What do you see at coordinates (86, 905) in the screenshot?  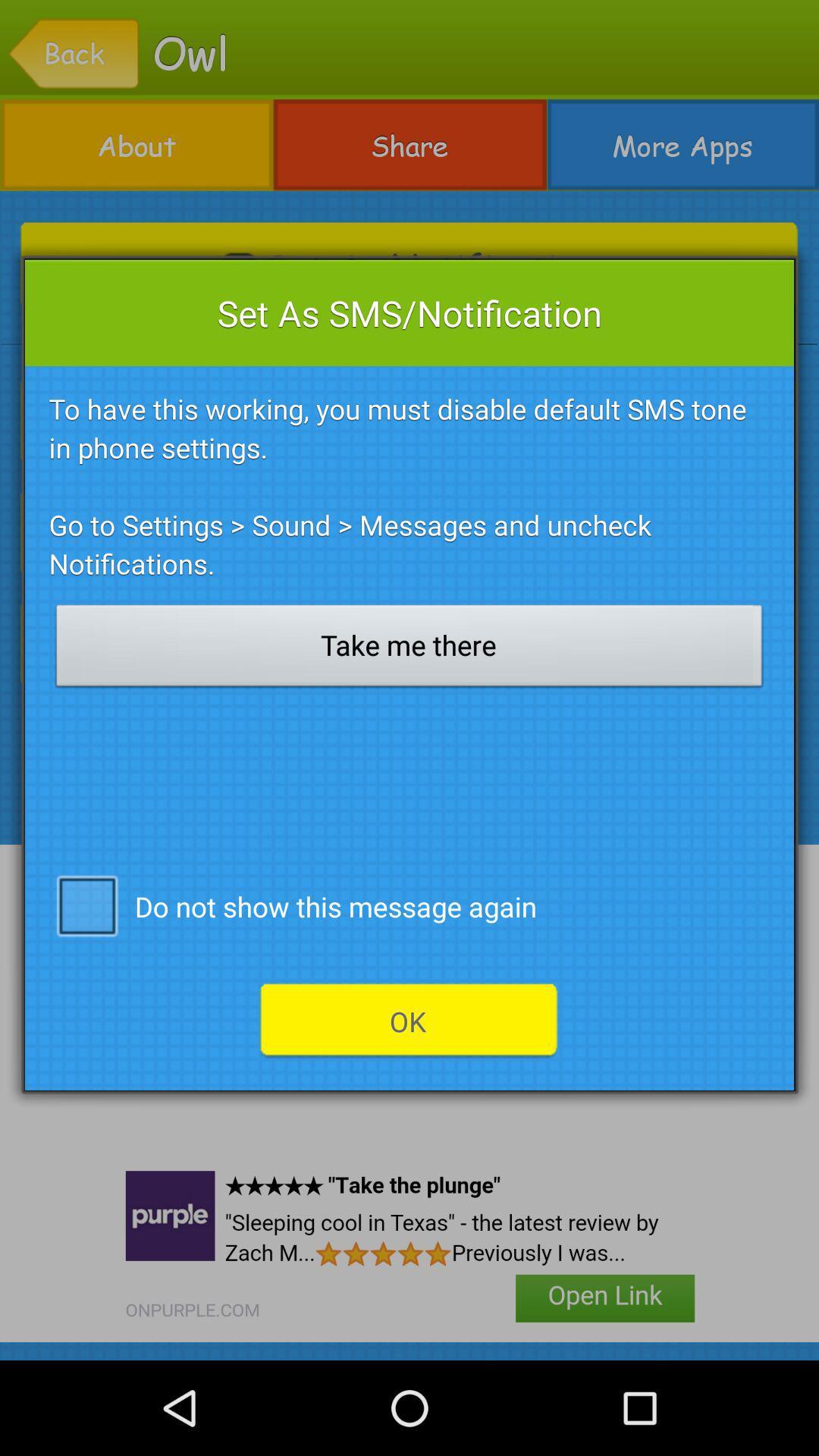 I see `the icon on the left` at bounding box center [86, 905].